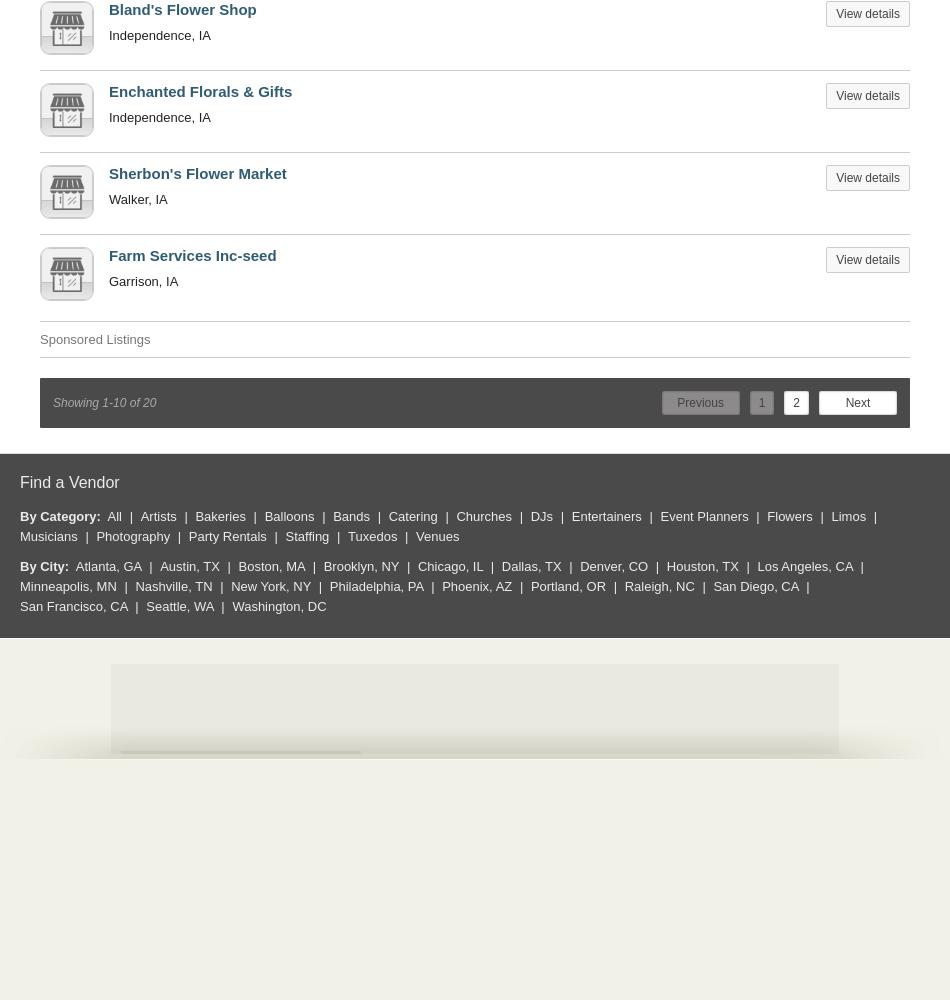 Image resolution: width=950 pixels, height=1000 pixels. I want to click on 'Seattle, WA', so click(179, 604).